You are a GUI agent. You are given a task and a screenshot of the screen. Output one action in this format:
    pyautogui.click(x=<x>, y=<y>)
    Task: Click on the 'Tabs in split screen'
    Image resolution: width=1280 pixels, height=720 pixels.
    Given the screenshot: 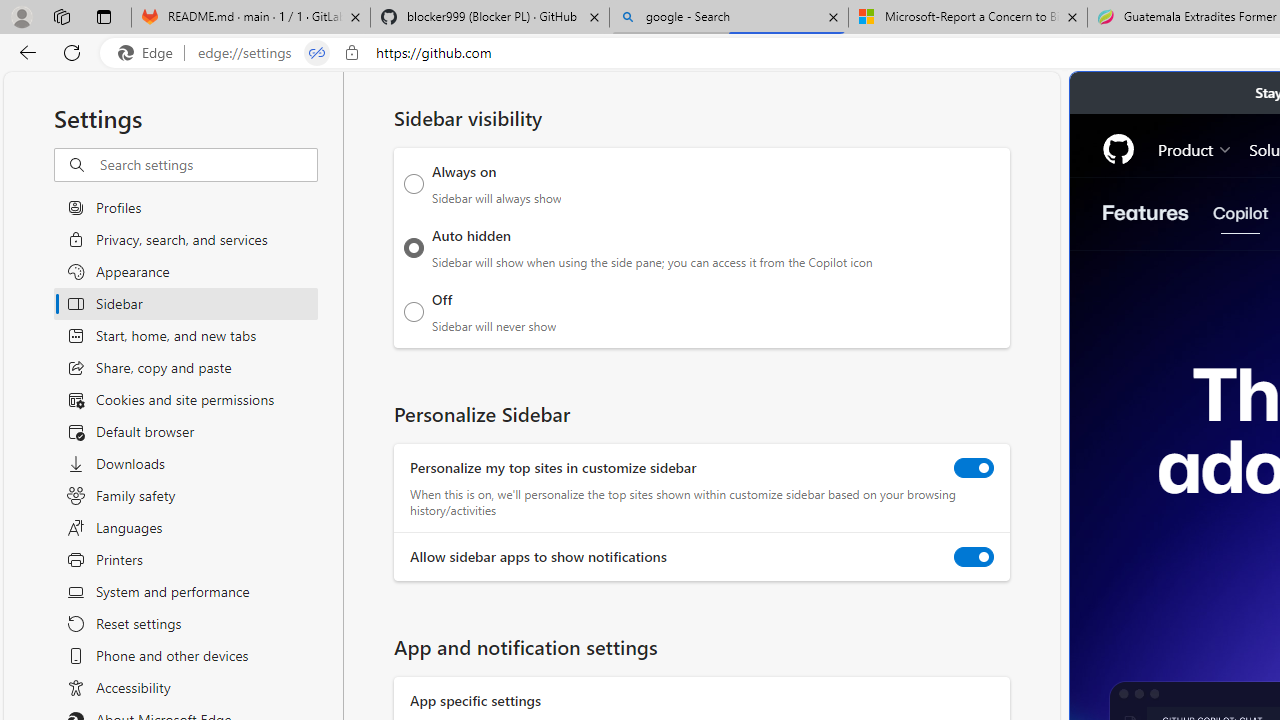 What is the action you would take?
    pyautogui.click(x=316, y=52)
    